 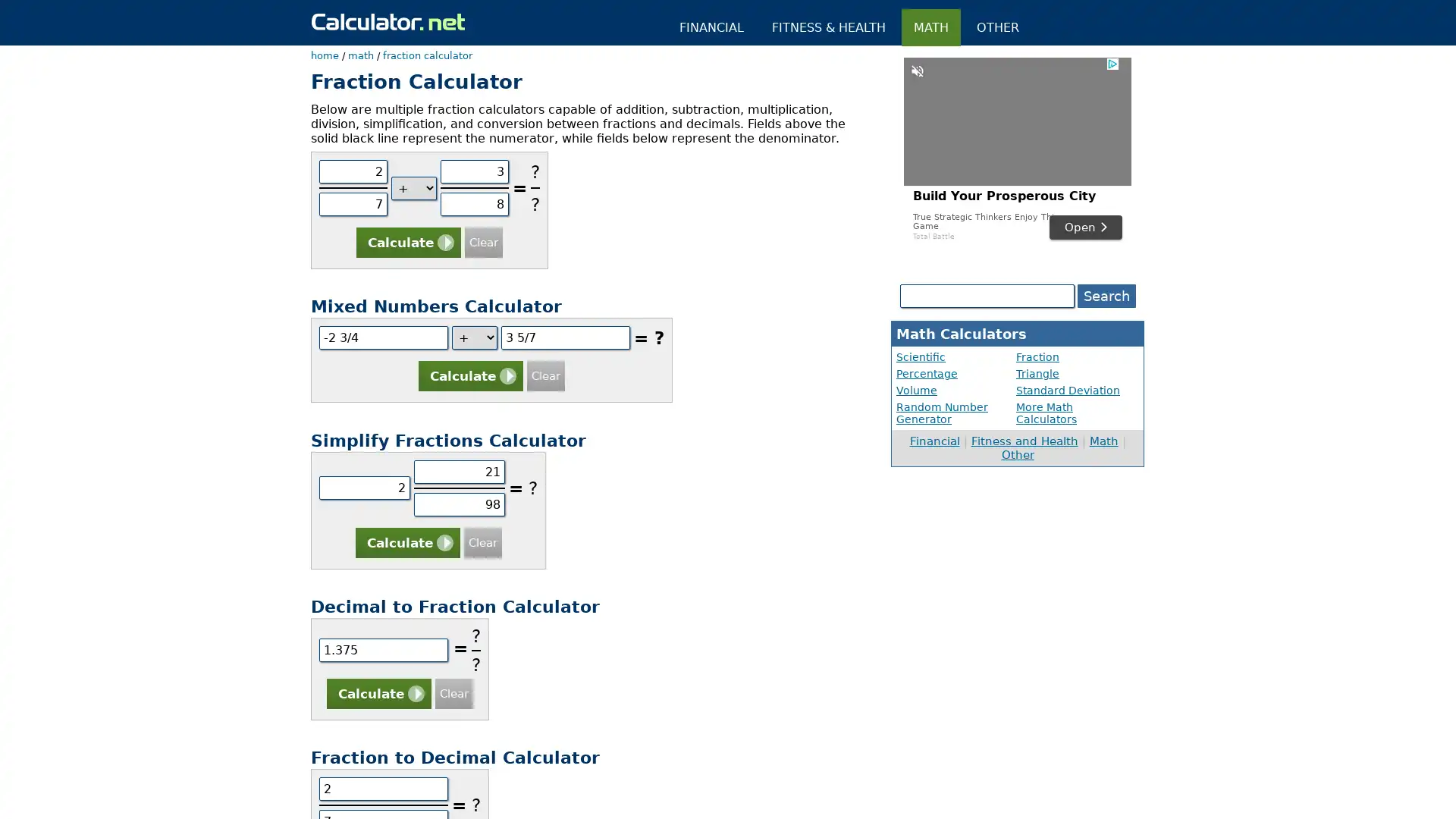 I want to click on Calculate, so click(x=408, y=242).